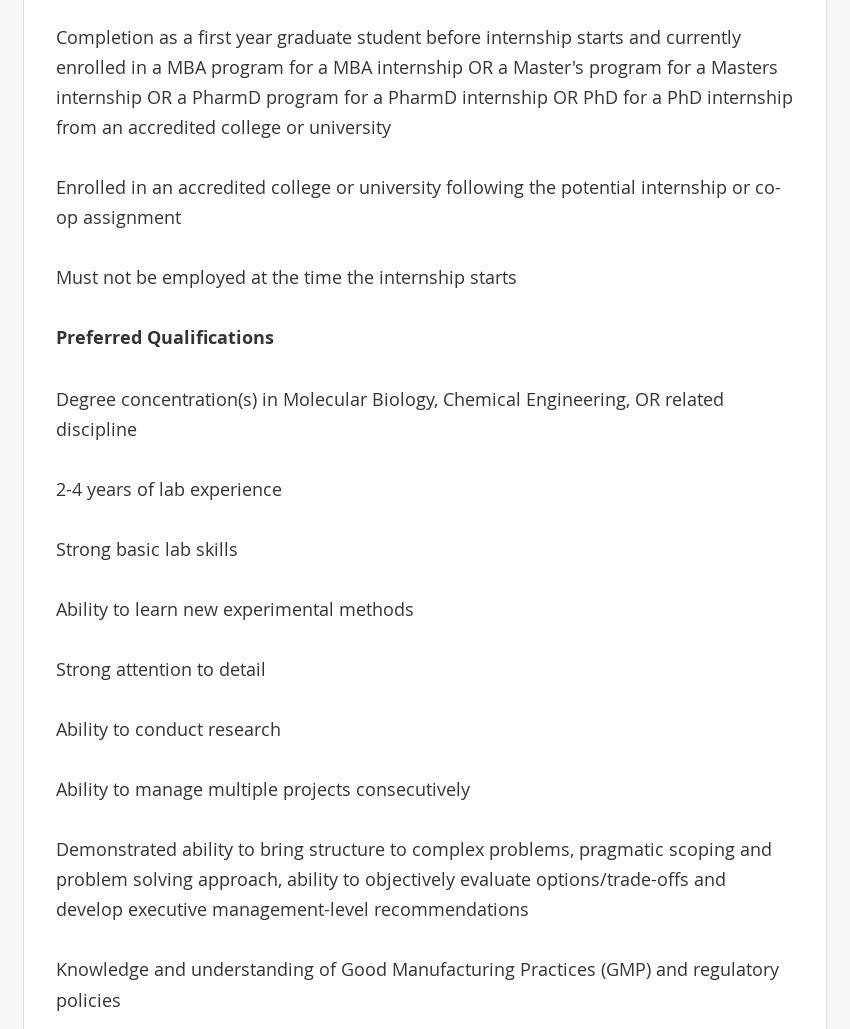  Describe the element at coordinates (234, 608) in the screenshot. I see `'Ability to learn new experimental methods'` at that location.